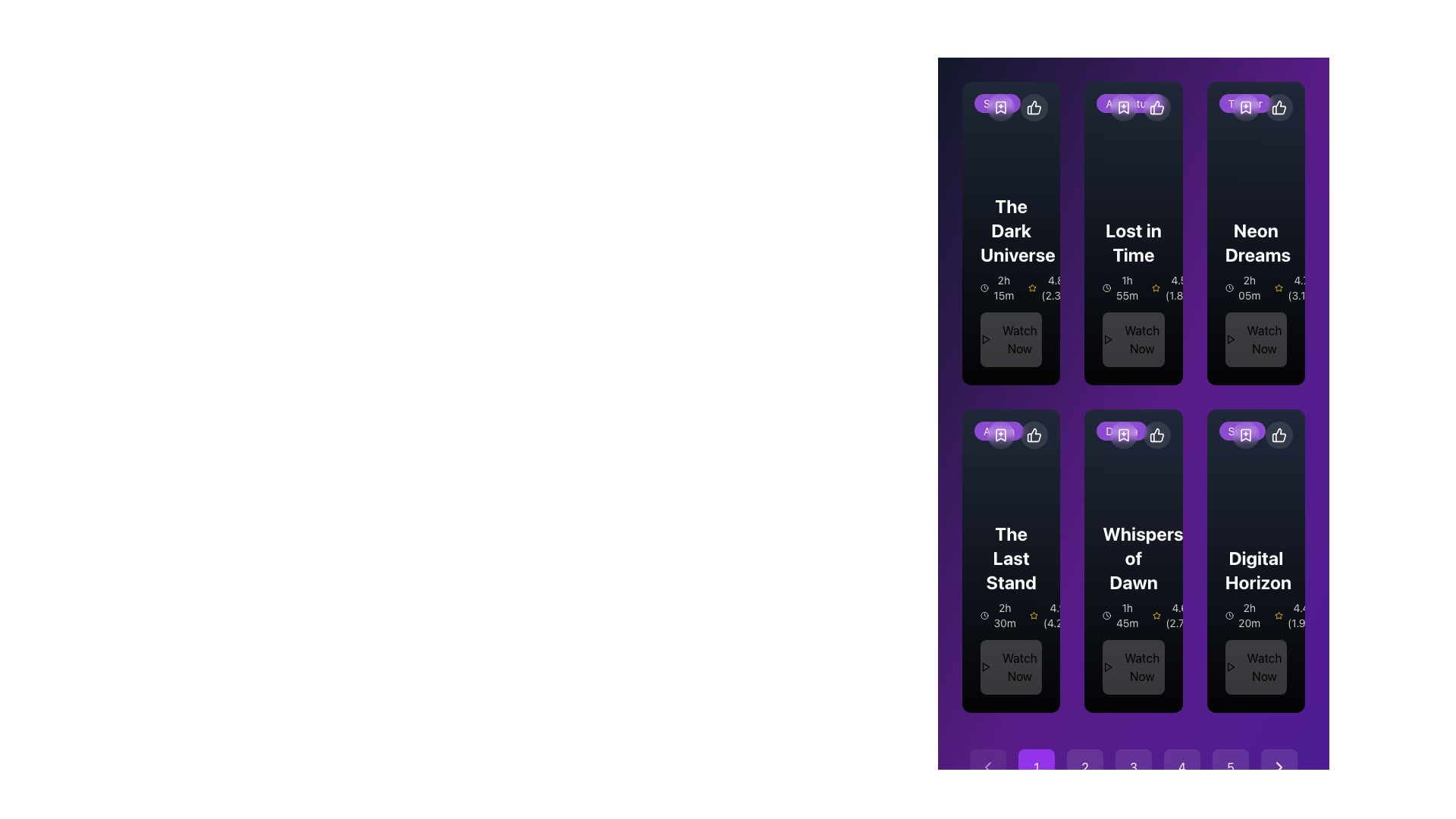 This screenshot has width=1456, height=819. I want to click on duration displayed in the Label with icon for the movie card titled 'The Last Stand,' which shows '2h 30m' with a clock icon to the left, so click(1011, 616).